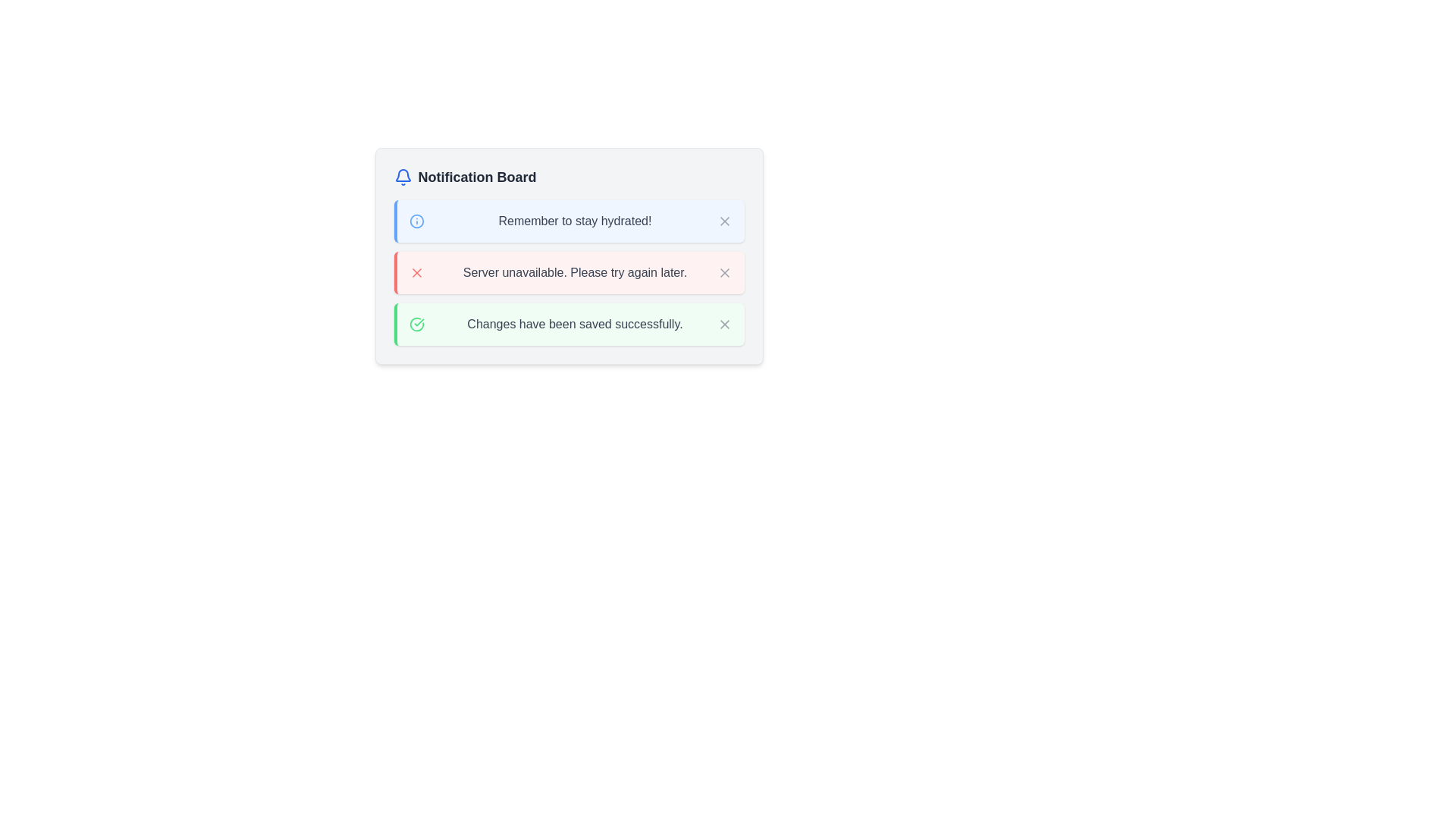 The image size is (1456, 819). I want to click on the info symbol, which is a vector graphic circle located to the left of the 'Notification Board' panel header, so click(416, 221).